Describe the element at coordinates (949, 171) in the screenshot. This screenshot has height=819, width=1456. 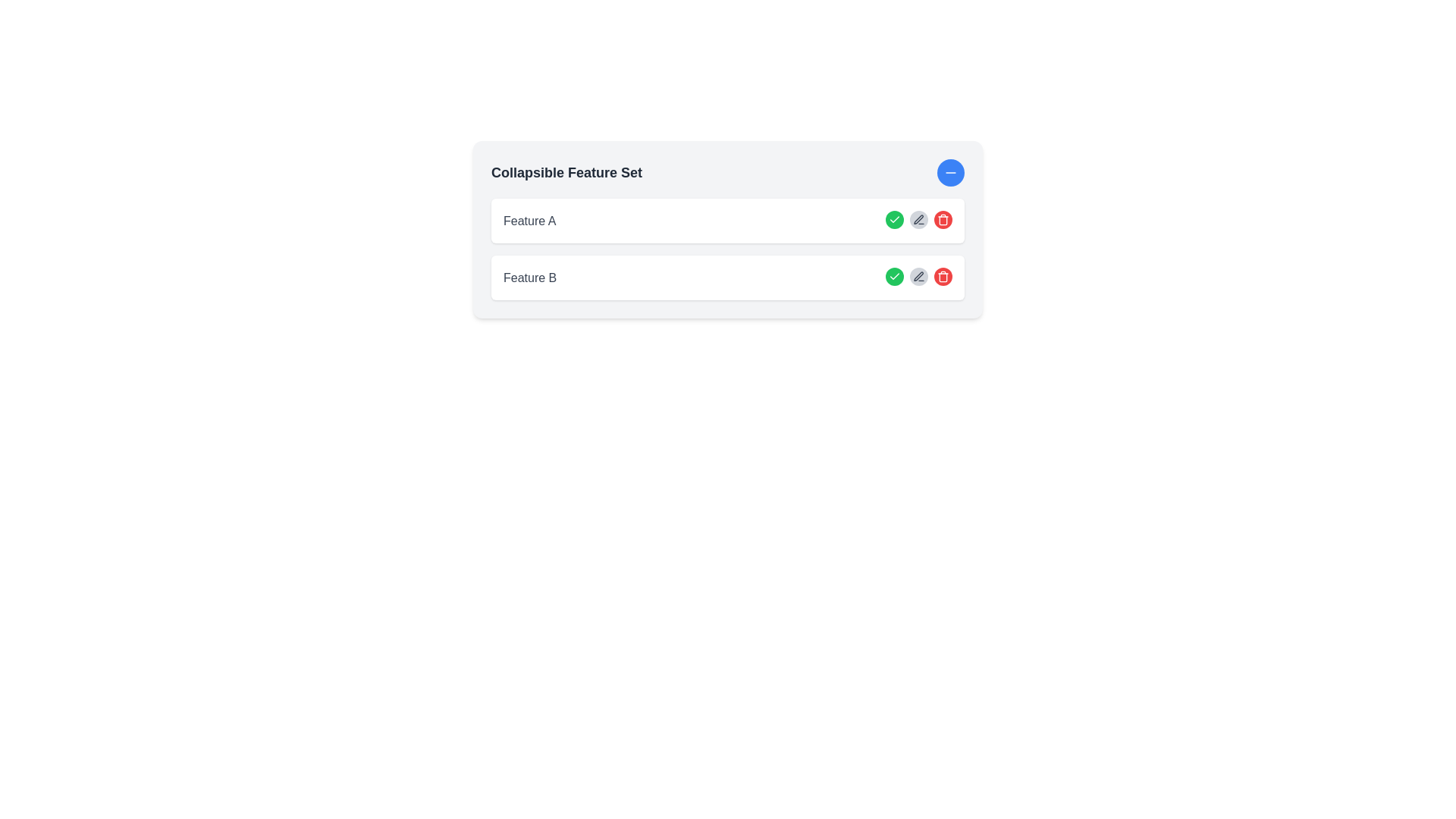
I see `the Icon button, which is a blue circular button with a minus icon for collapsing the 'Collapsible Feature Set' section, located in the top-right corner of the interface` at that location.